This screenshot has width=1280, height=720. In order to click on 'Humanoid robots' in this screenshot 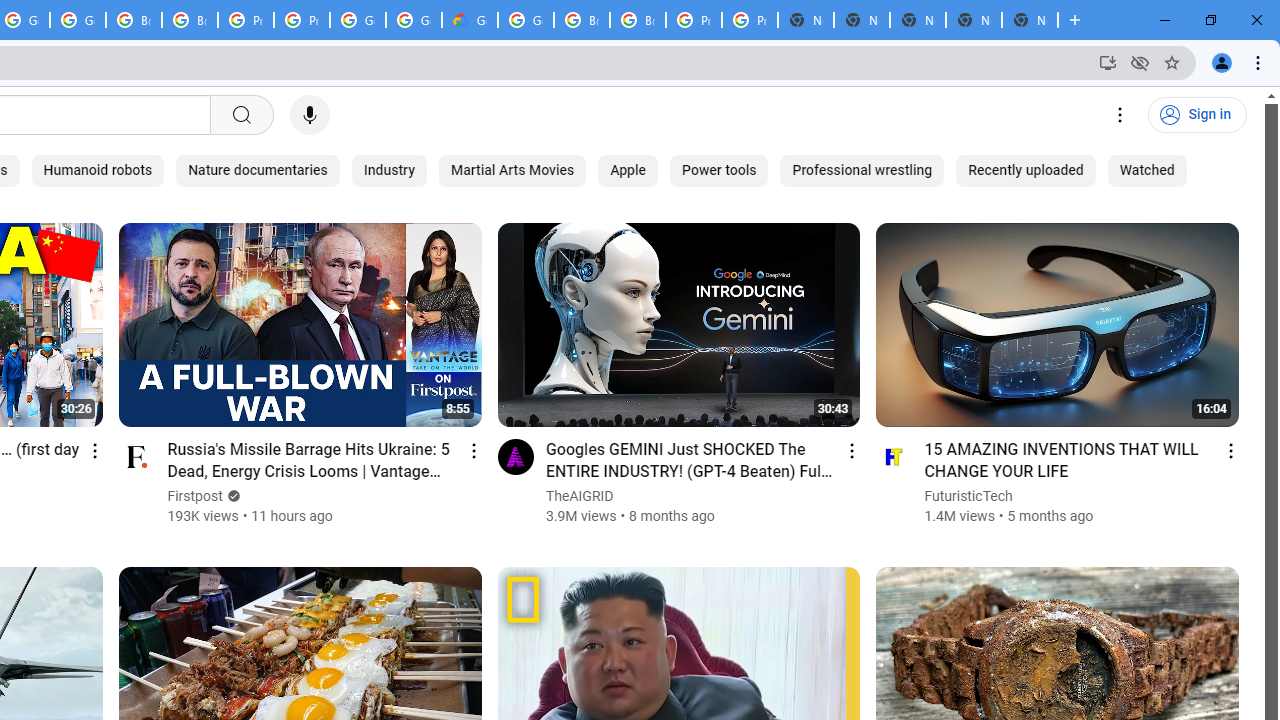, I will do `click(96, 170)`.